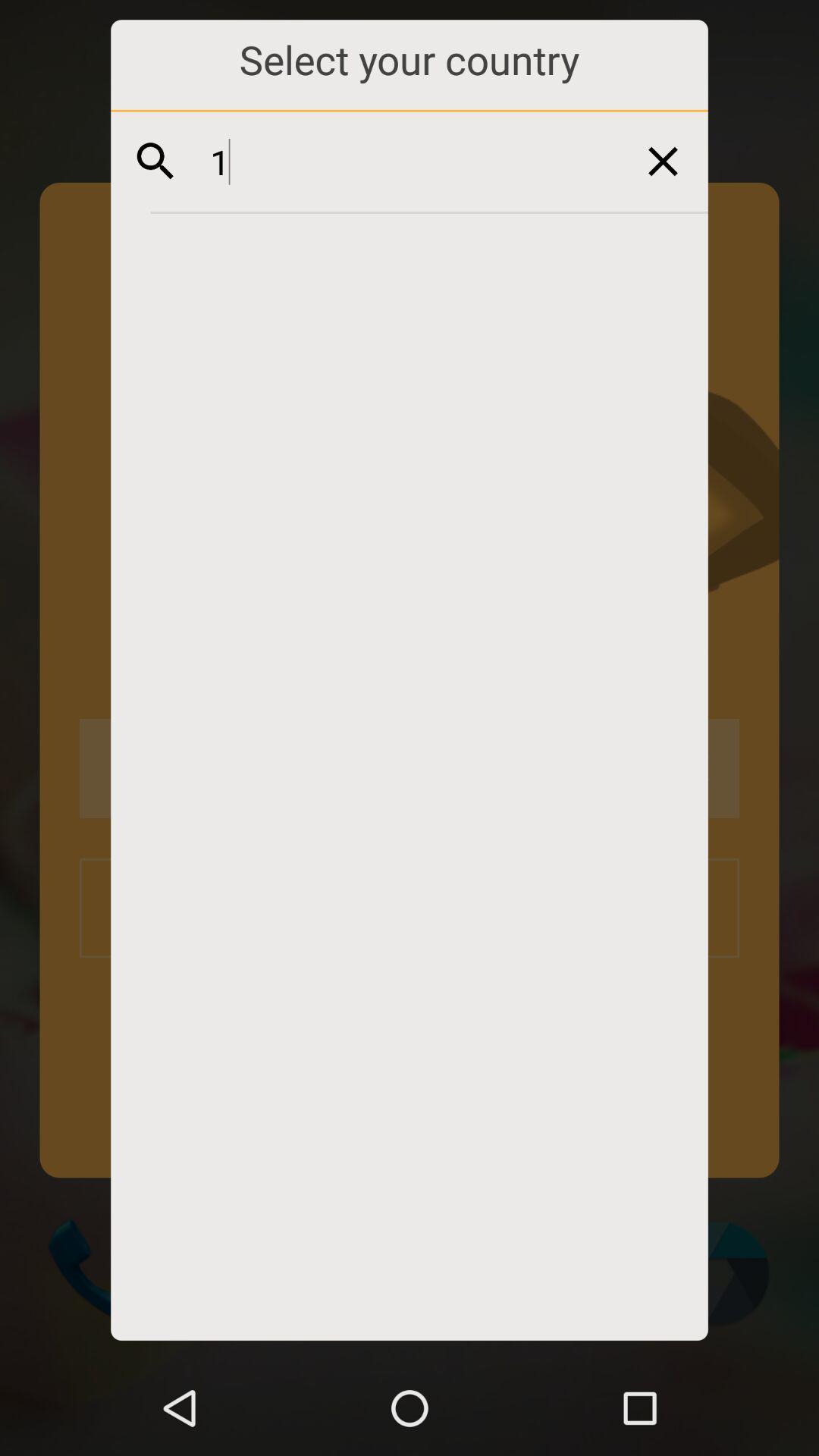 The width and height of the screenshot is (819, 1456). What do you see at coordinates (662, 161) in the screenshot?
I see `clear input` at bounding box center [662, 161].